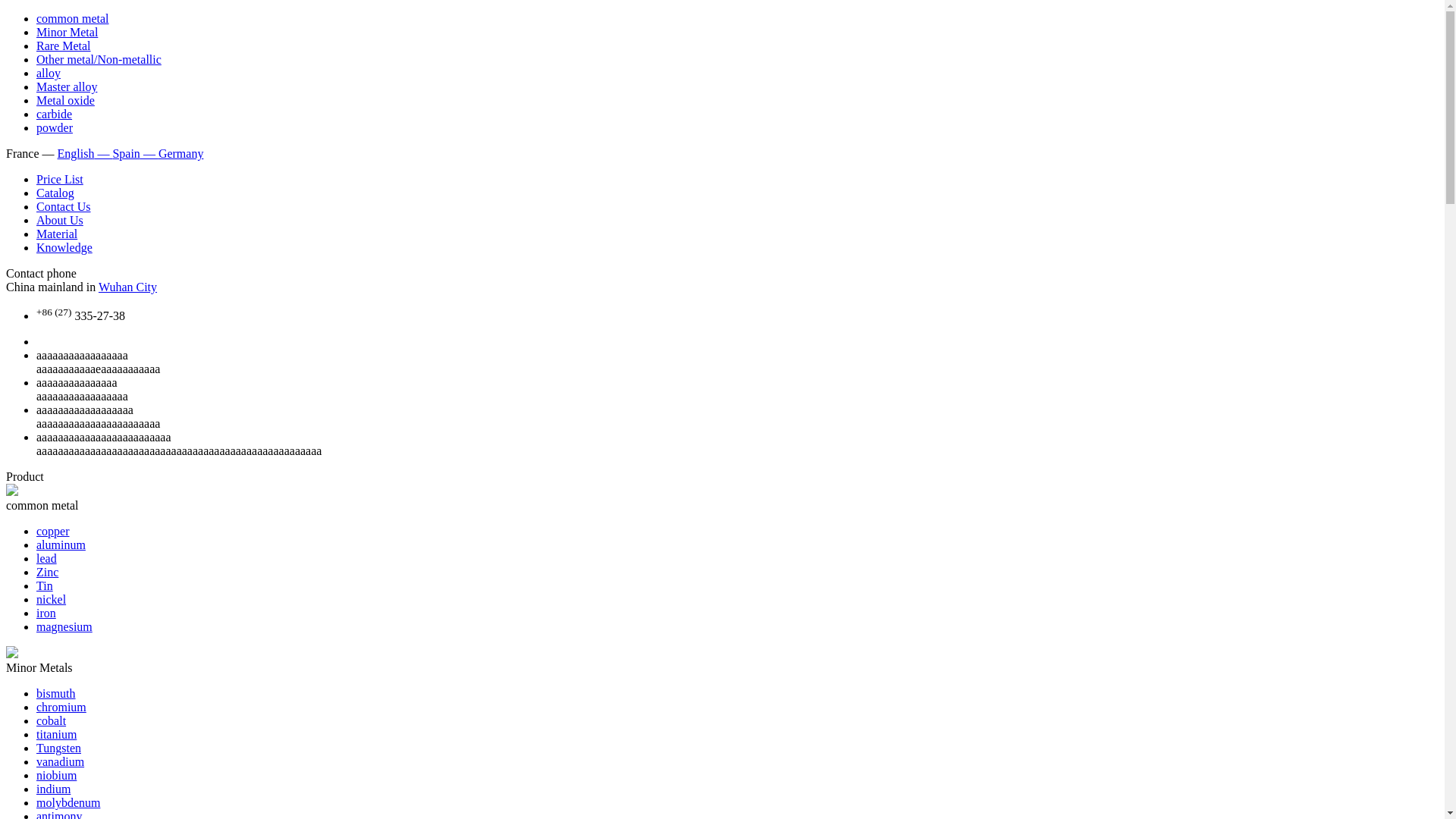  I want to click on 'Zinc', so click(36, 572).